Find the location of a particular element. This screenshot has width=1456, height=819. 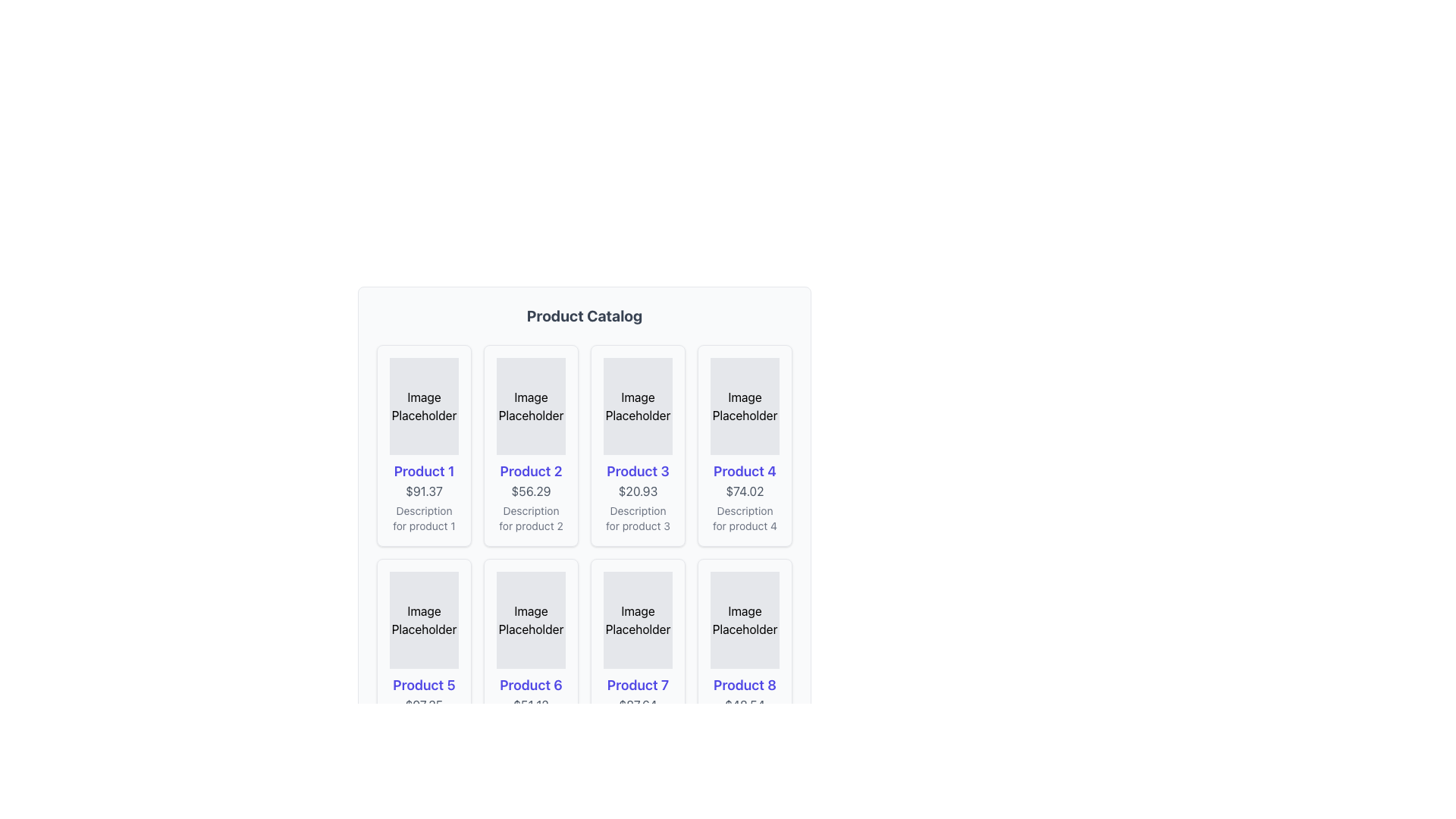

the image placeholder for 'Product 1' located at the top of the product card, directly above the title and details is located at coordinates (424, 406).